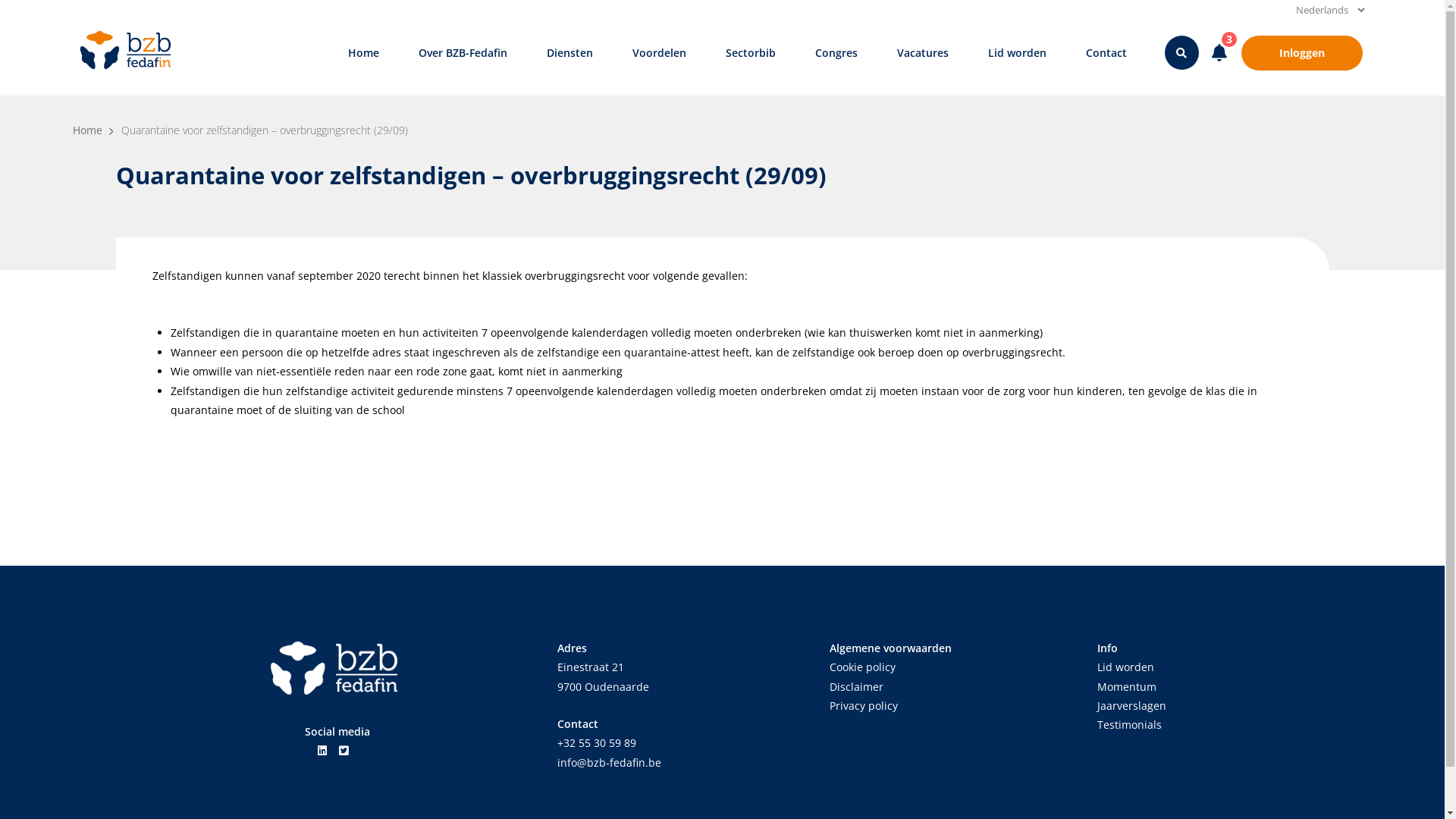 The width and height of the screenshot is (1456, 819). What do you see at coordinates (1125, 686) in the screenshot?
I see `'Momentum'` at bounding box center [1125, 686].